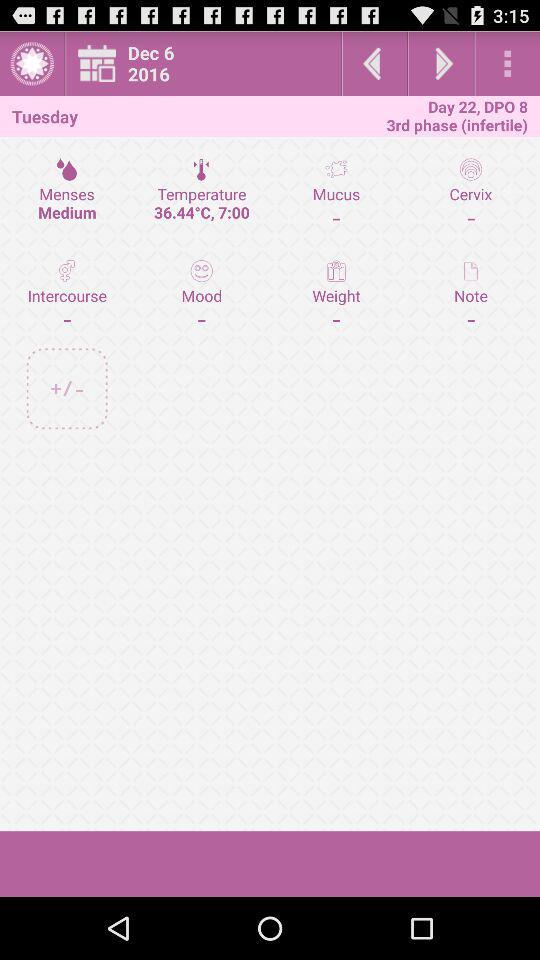 This screenshot has height=960, width=540. What do you see at coordinates (441, 63) in the screenshot?
I see `go forward one day` at bounding box center [441, 63].